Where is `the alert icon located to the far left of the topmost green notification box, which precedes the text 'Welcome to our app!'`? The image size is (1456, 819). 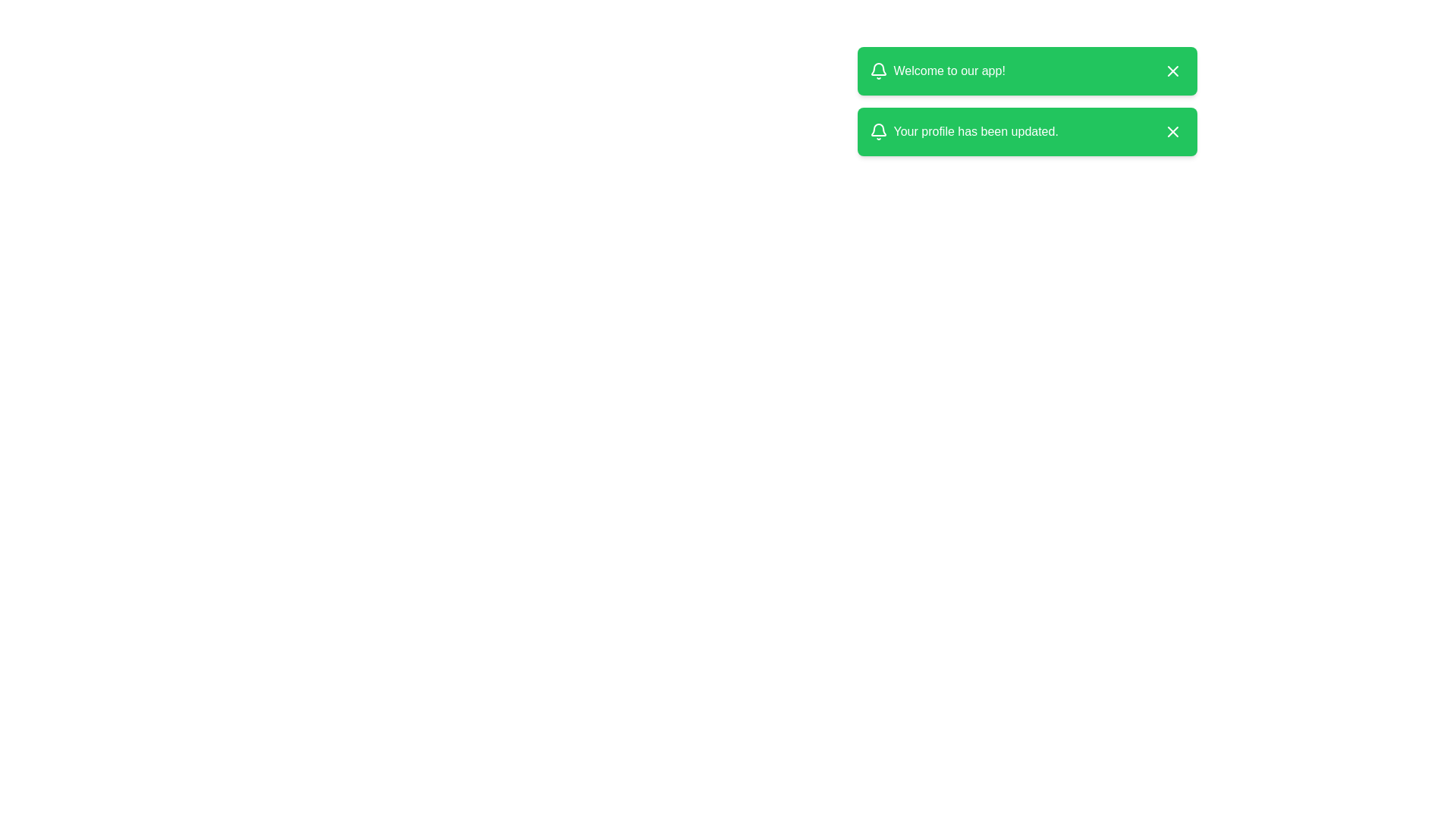 the alert icon located to the far left of the topmost green notification box, which precedes the text 'Welcome to our app!' is located at coordinates (878, 71).